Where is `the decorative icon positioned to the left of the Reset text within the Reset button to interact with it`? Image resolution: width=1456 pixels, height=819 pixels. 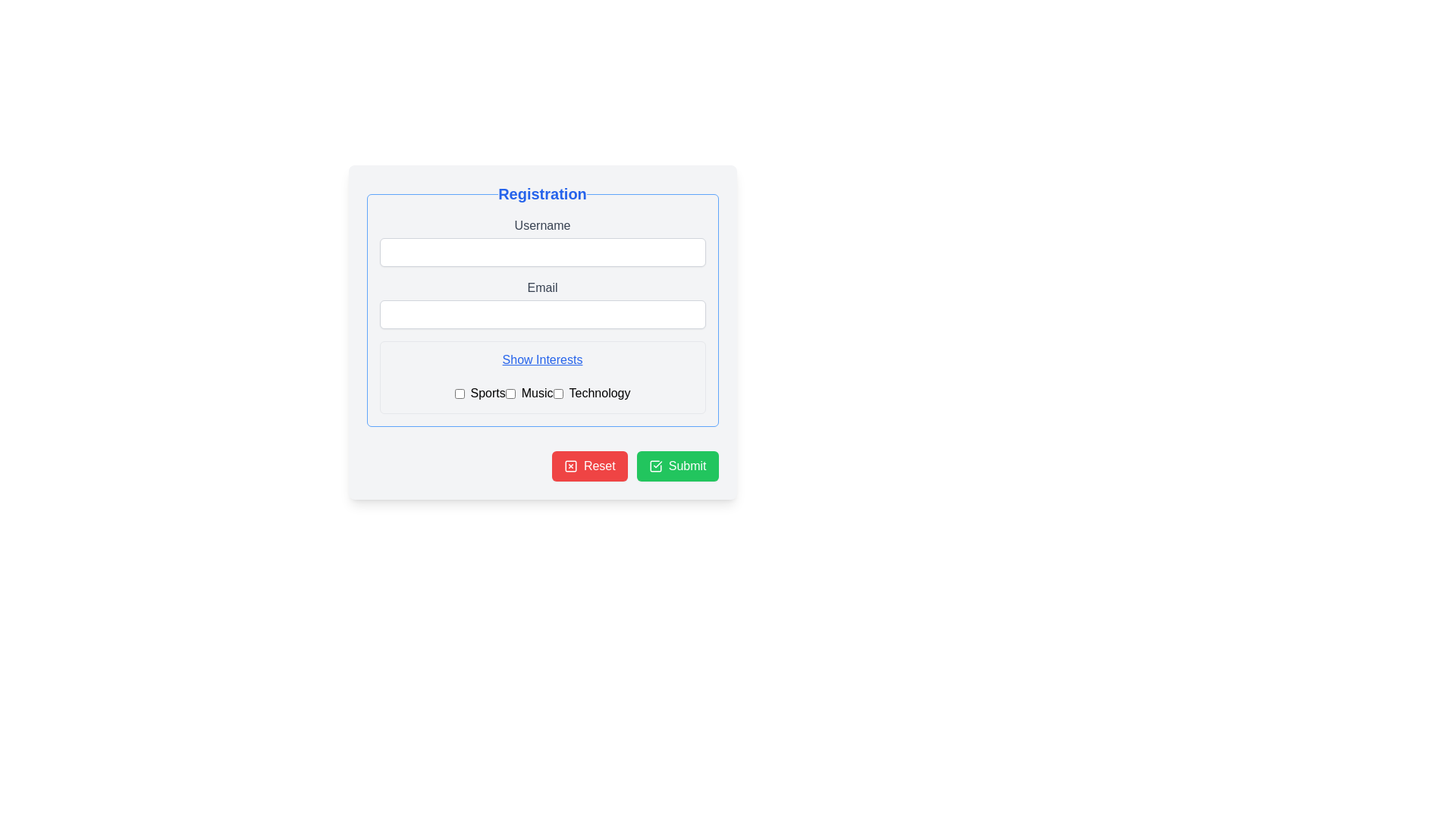 the decorative icon positioned to the left of the Reset text within the Reset button to interact with it is located at coordinates (570, 465).